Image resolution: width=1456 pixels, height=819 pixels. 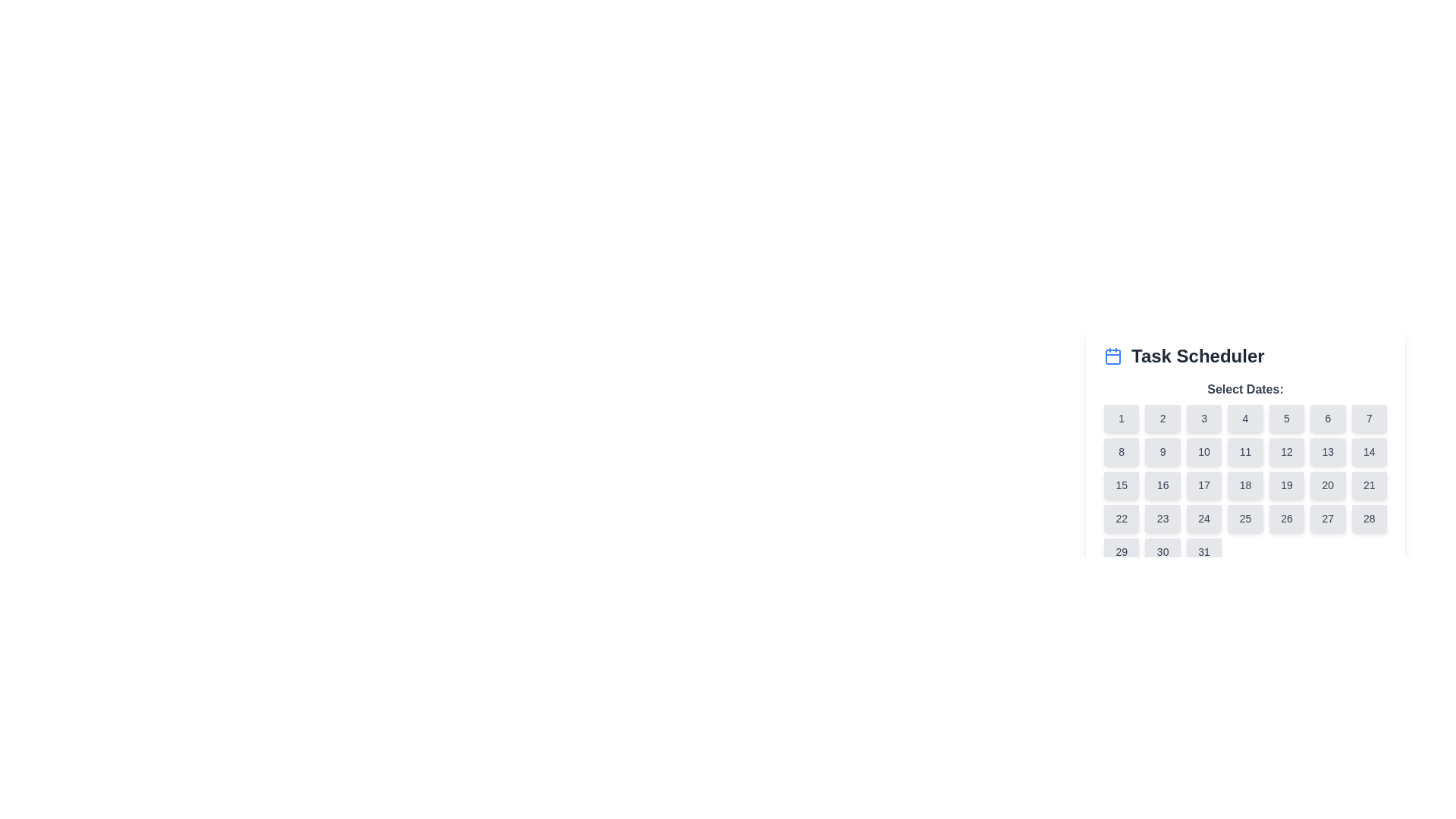 What do you see at coordinates (1122, 517) in the screenshot?
I see `the button labeled '22', which is the 22nd button in a grid layout` at bounding box center [1122, 517].